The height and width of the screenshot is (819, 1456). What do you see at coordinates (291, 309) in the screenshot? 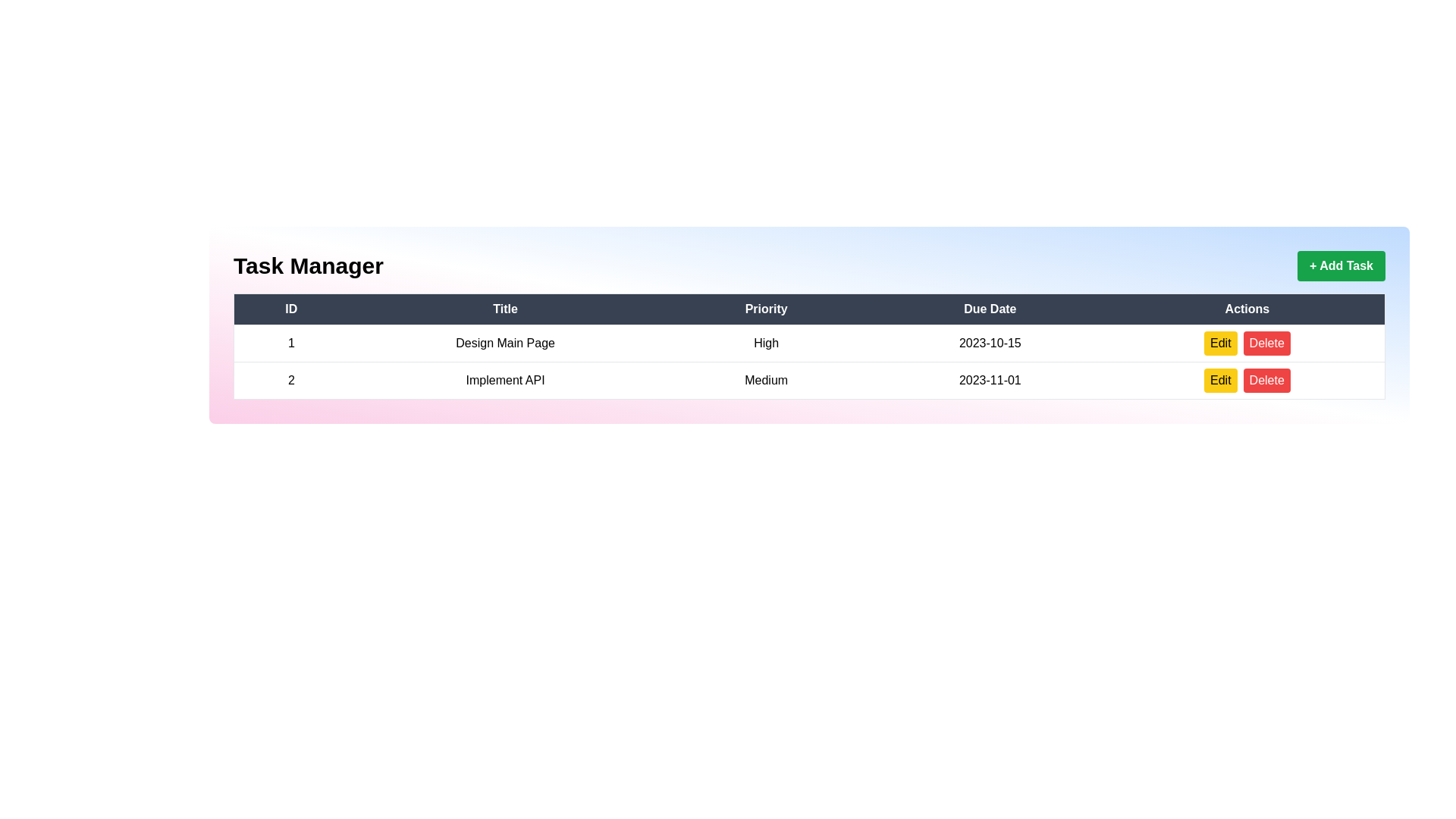
I see `the label element with the text 'ID' on a dark gray background, which serves as the header for the first column of the data table` at bounding box center [291, 309].